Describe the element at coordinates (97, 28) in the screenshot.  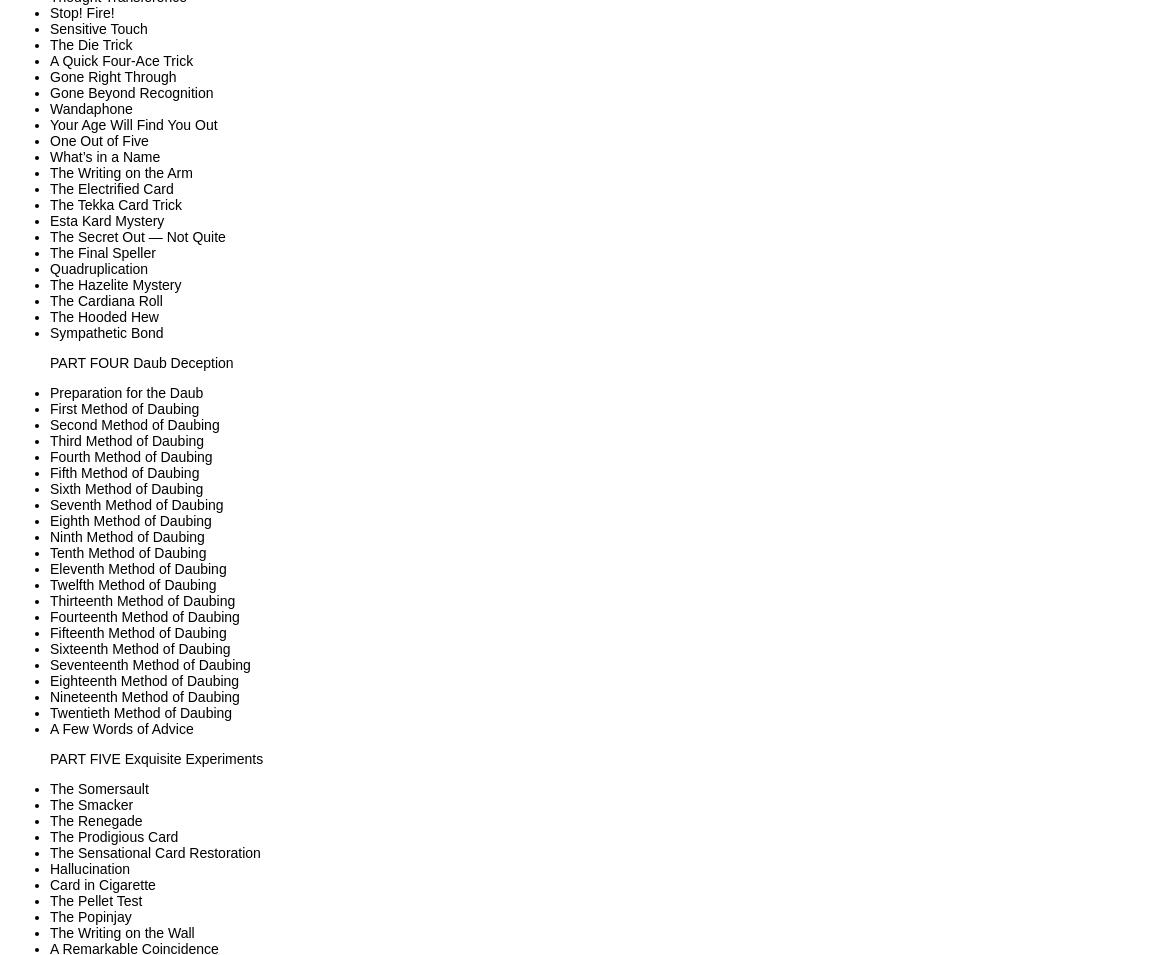
I see `'Sensitive Touch'` at that location.